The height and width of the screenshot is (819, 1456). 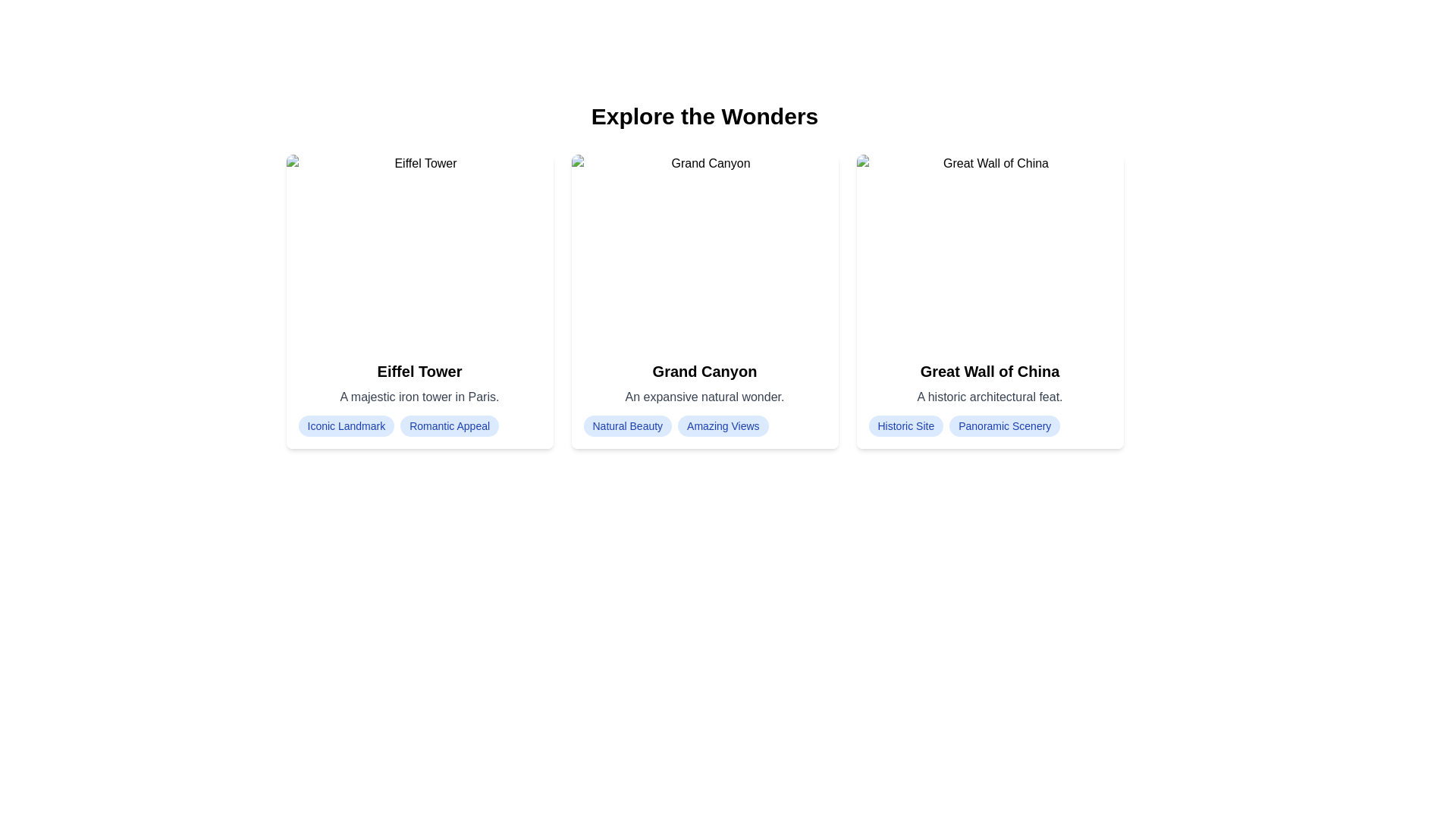 What do you see at coordinates (627, 426) in the screenshot?
I see `the badge labeled 'Natural Beauty' with a blue background located within the card describing 'Grand Canyon'` at bounding box center [627, 426].